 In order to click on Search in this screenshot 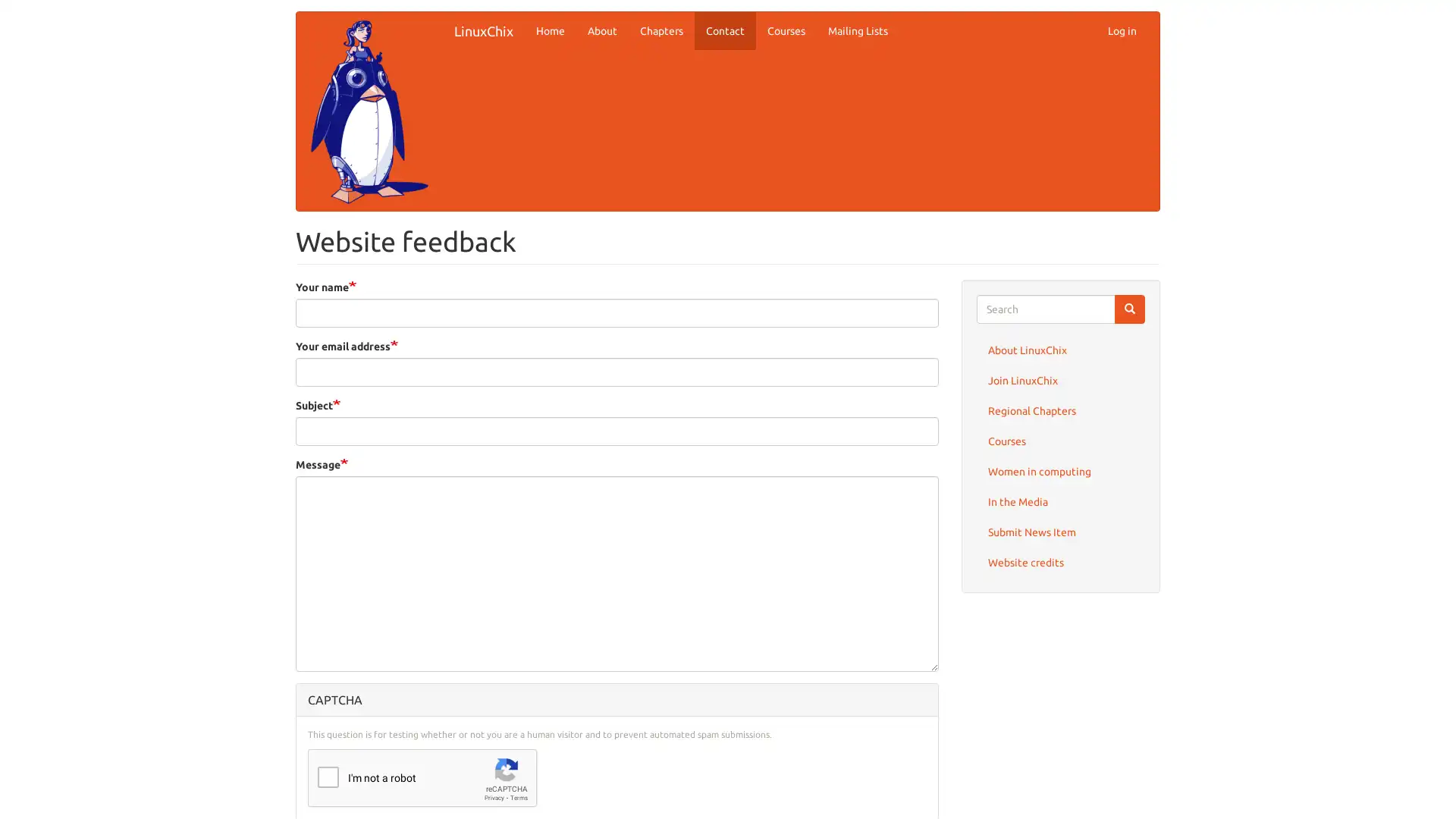, I will do `click(1129, 308)`.